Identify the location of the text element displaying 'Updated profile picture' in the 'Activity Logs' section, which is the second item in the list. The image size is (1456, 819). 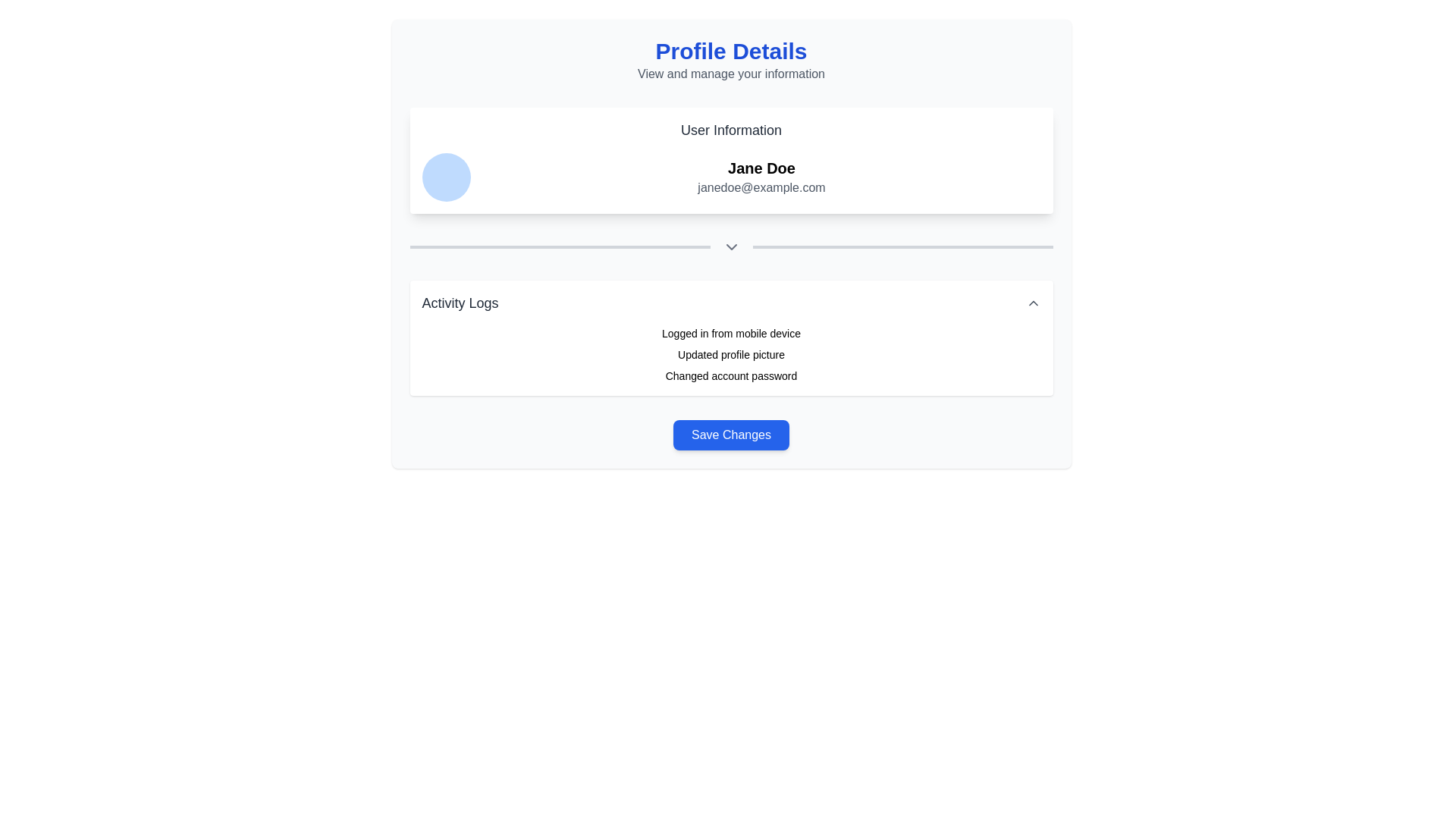
(731, 354).